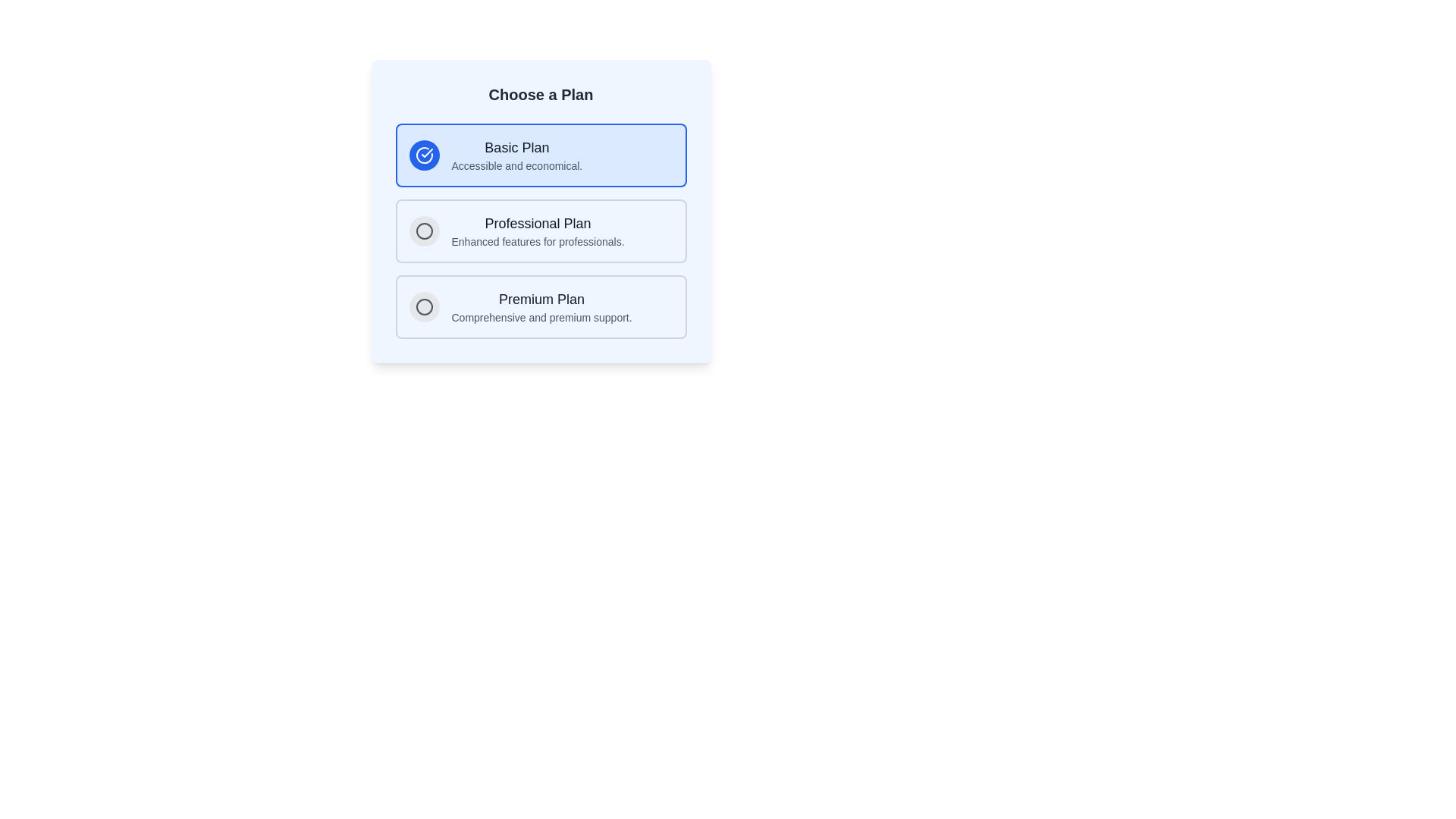  I want to click on the selectable button labeled 'Basic Plan' which features a light blue background with a blue circular icon and a white checkmark, so click(541, 155).